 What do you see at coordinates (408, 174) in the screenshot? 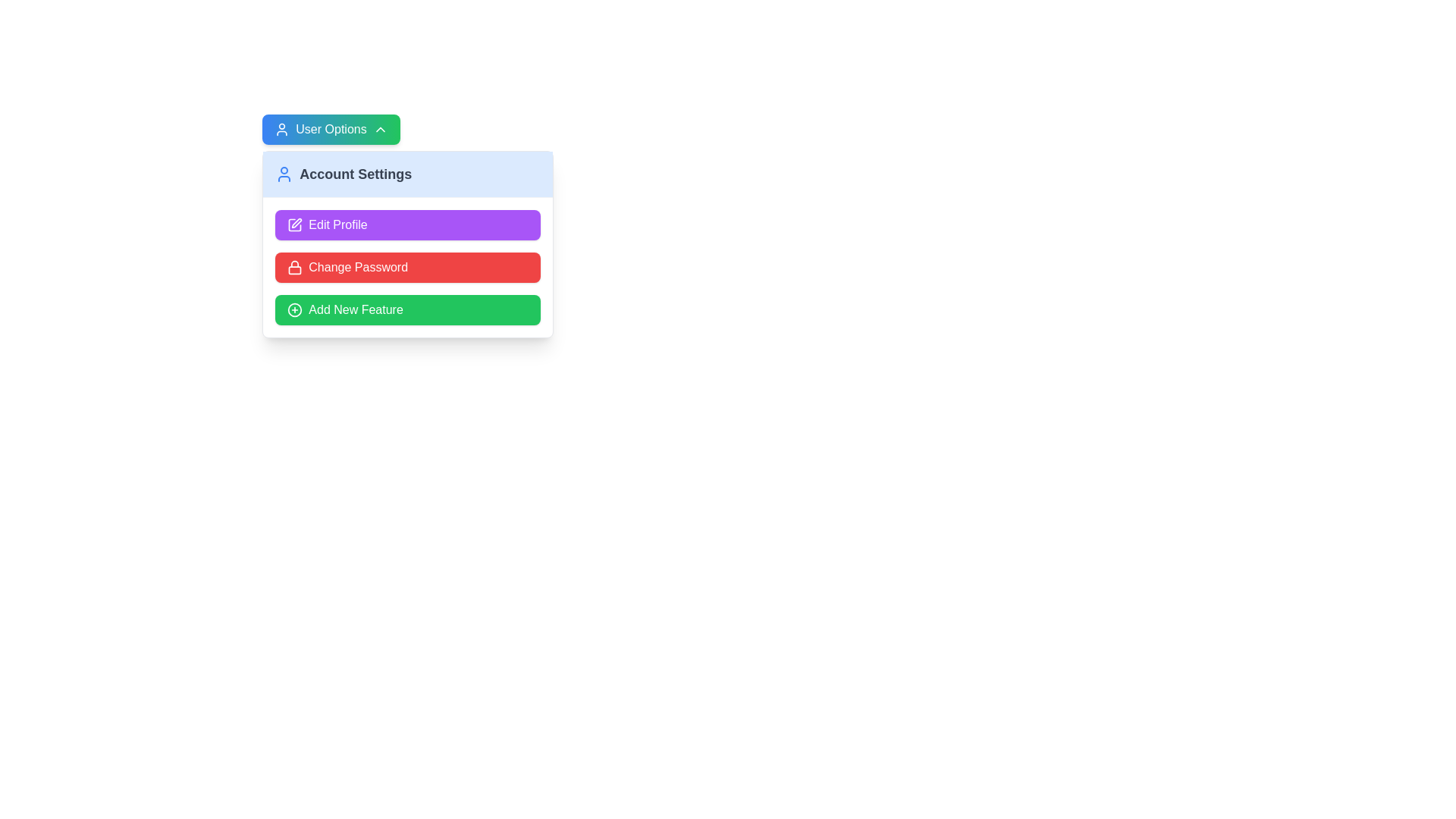
I see `the 'Account Settings' label element, which is highlighted with a light blue background and contains a user account icon on the left and bold, dark gray text centered within its area, located below the 'User Options' button` at bounding box center [408, 174].